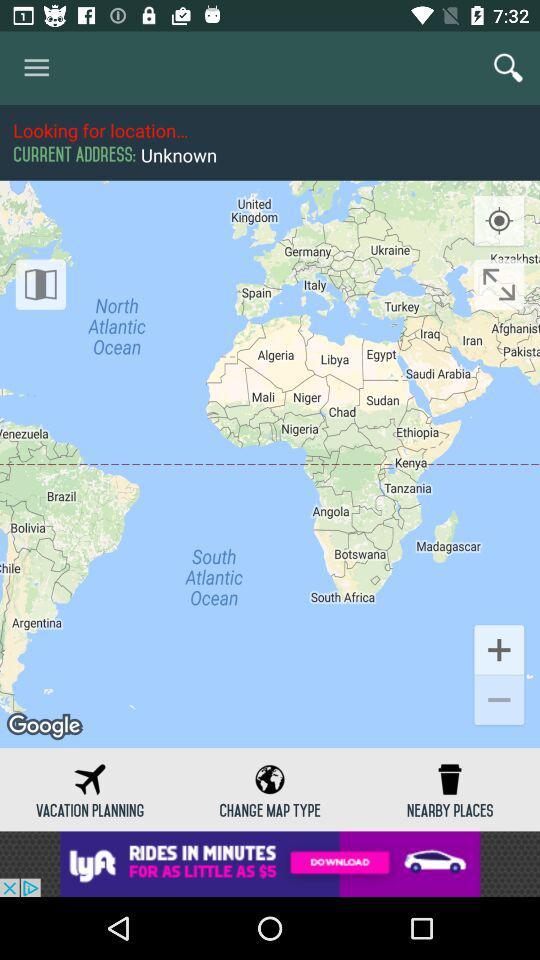 The height and width of the screenshot is (960, 540). What do you see at coordinates (498, 648) in the screenshot?
I see `the add icon` at bounding box center [498, 648].